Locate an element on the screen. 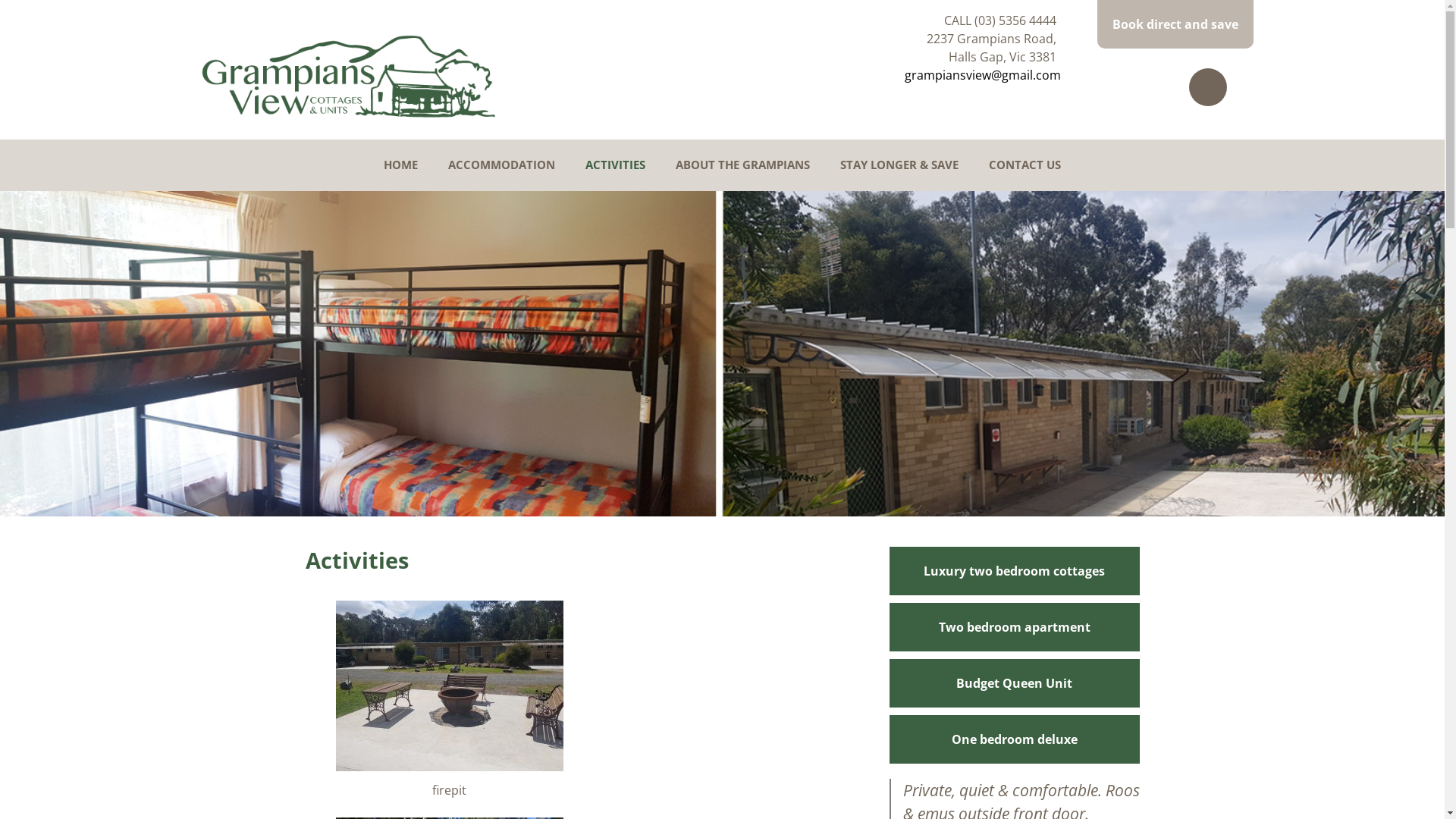  'ACCOMMODATION' is located at coordinates (501, 165).